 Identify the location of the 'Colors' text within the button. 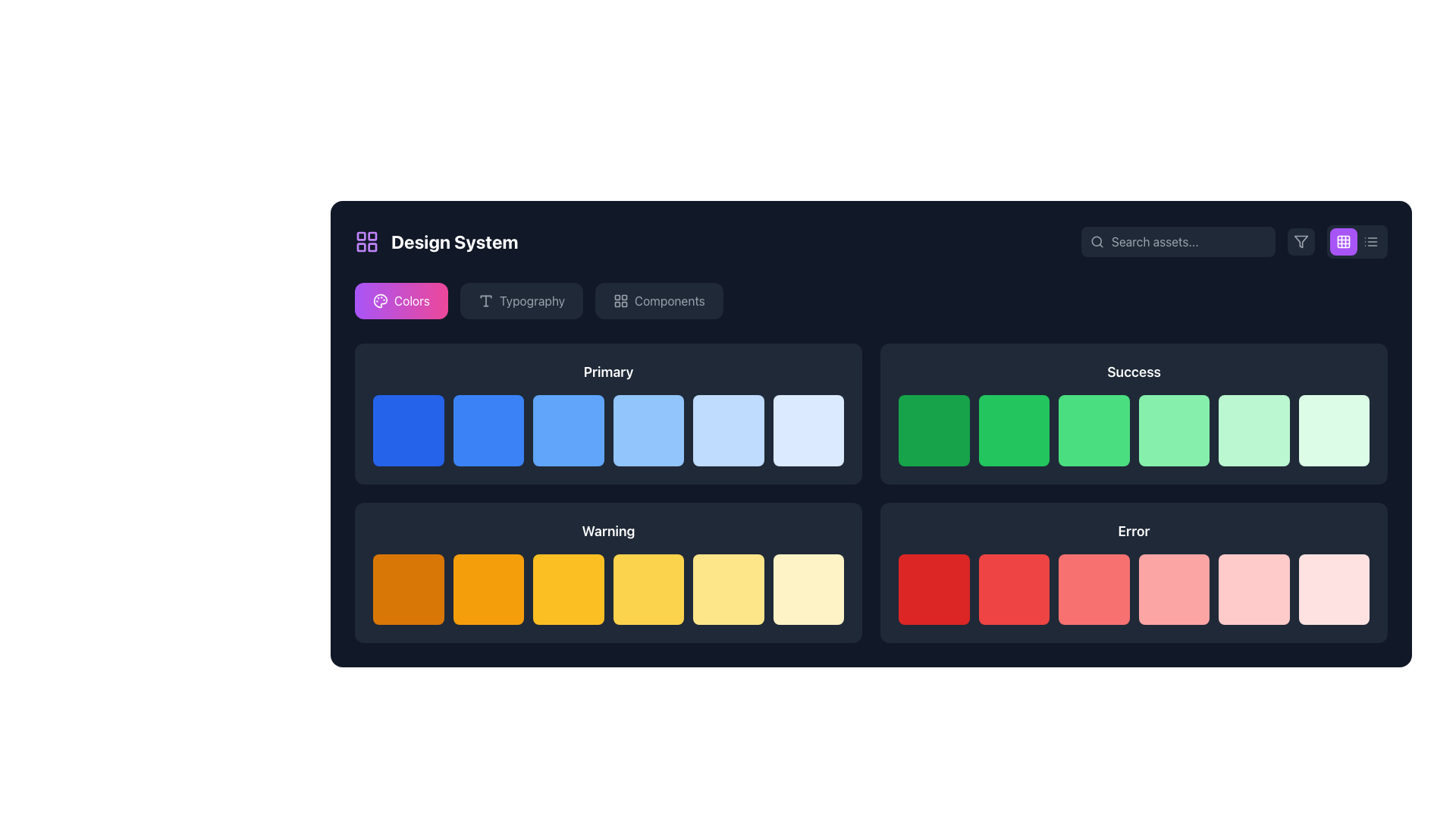
(411, 301).